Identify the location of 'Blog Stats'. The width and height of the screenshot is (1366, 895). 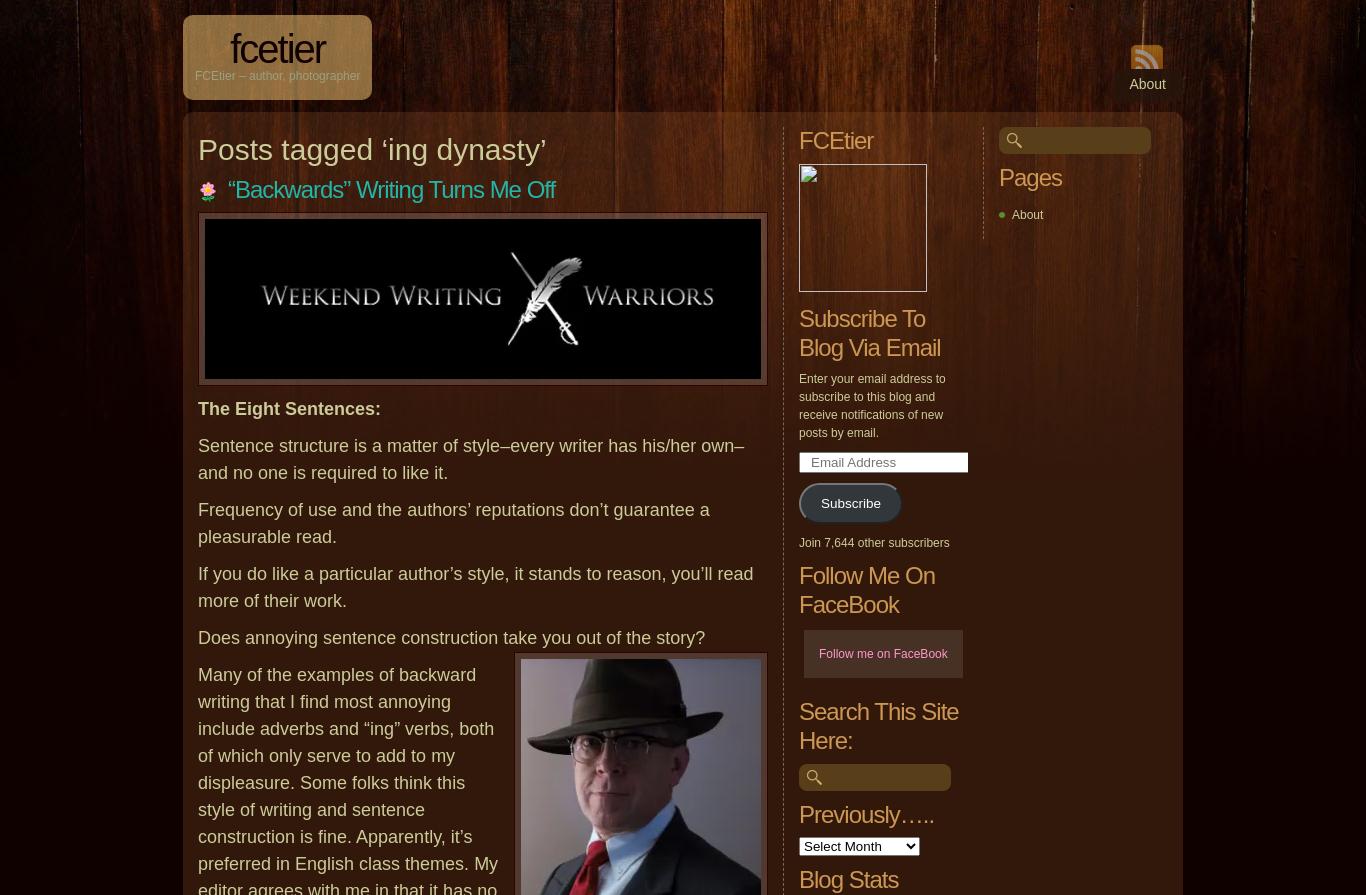
(847, 878).